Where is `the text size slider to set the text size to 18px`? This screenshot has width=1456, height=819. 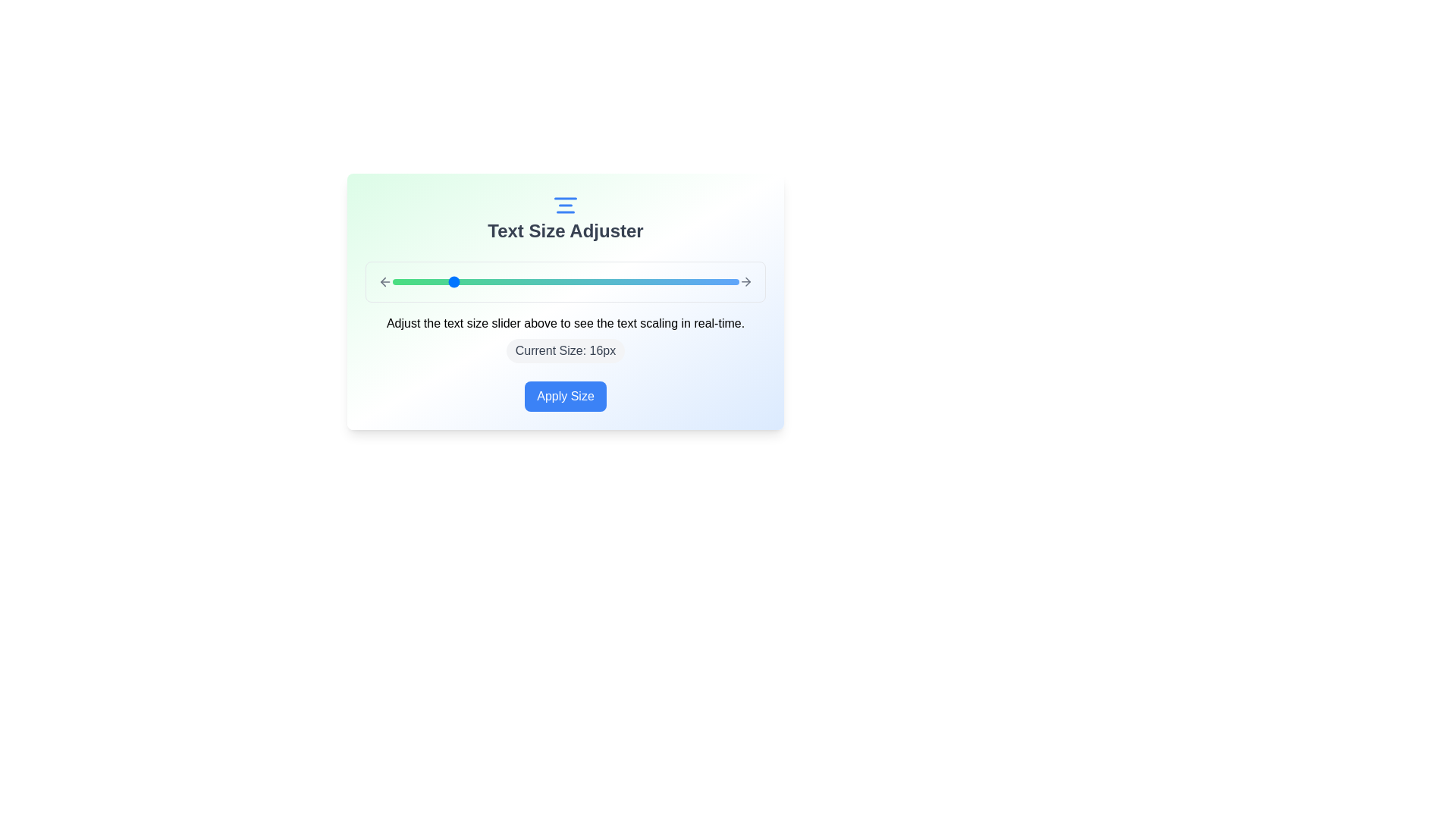
the text size slider to set the text size to 18px is located at coordinates (478, 281).